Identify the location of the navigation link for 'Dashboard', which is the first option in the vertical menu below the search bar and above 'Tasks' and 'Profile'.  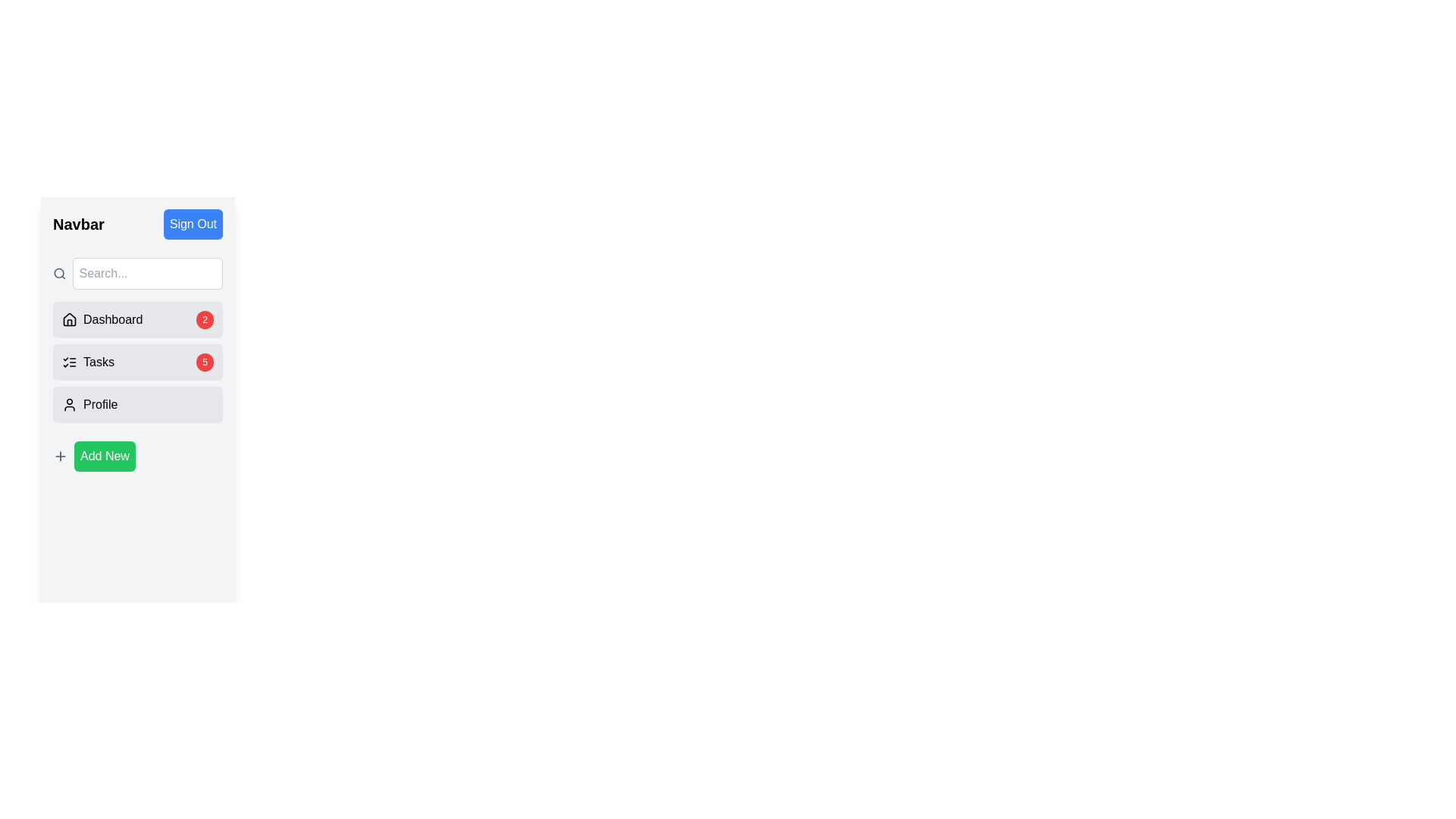
(102, 318).